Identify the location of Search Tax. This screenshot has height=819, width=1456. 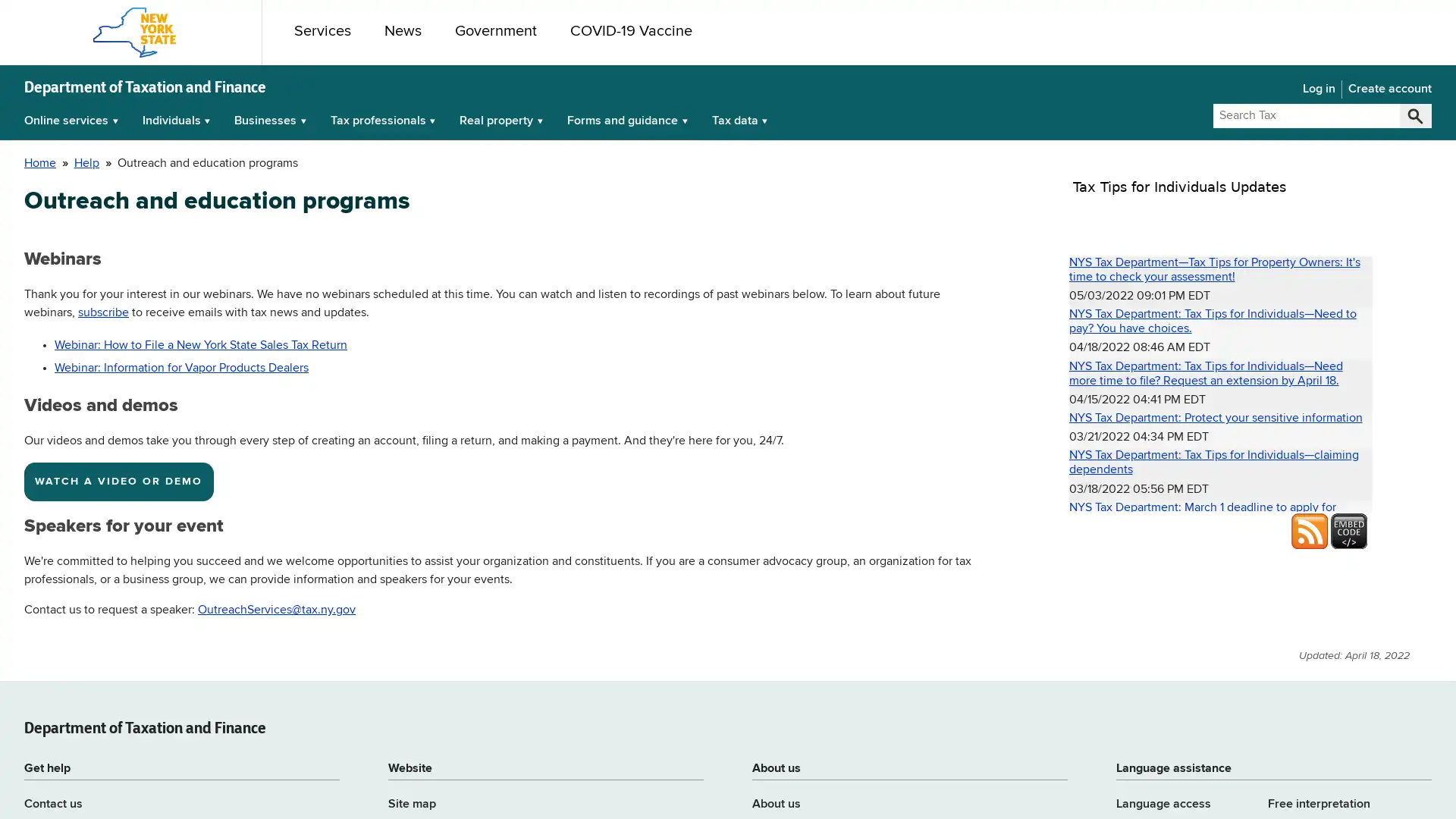
(1414, 115).